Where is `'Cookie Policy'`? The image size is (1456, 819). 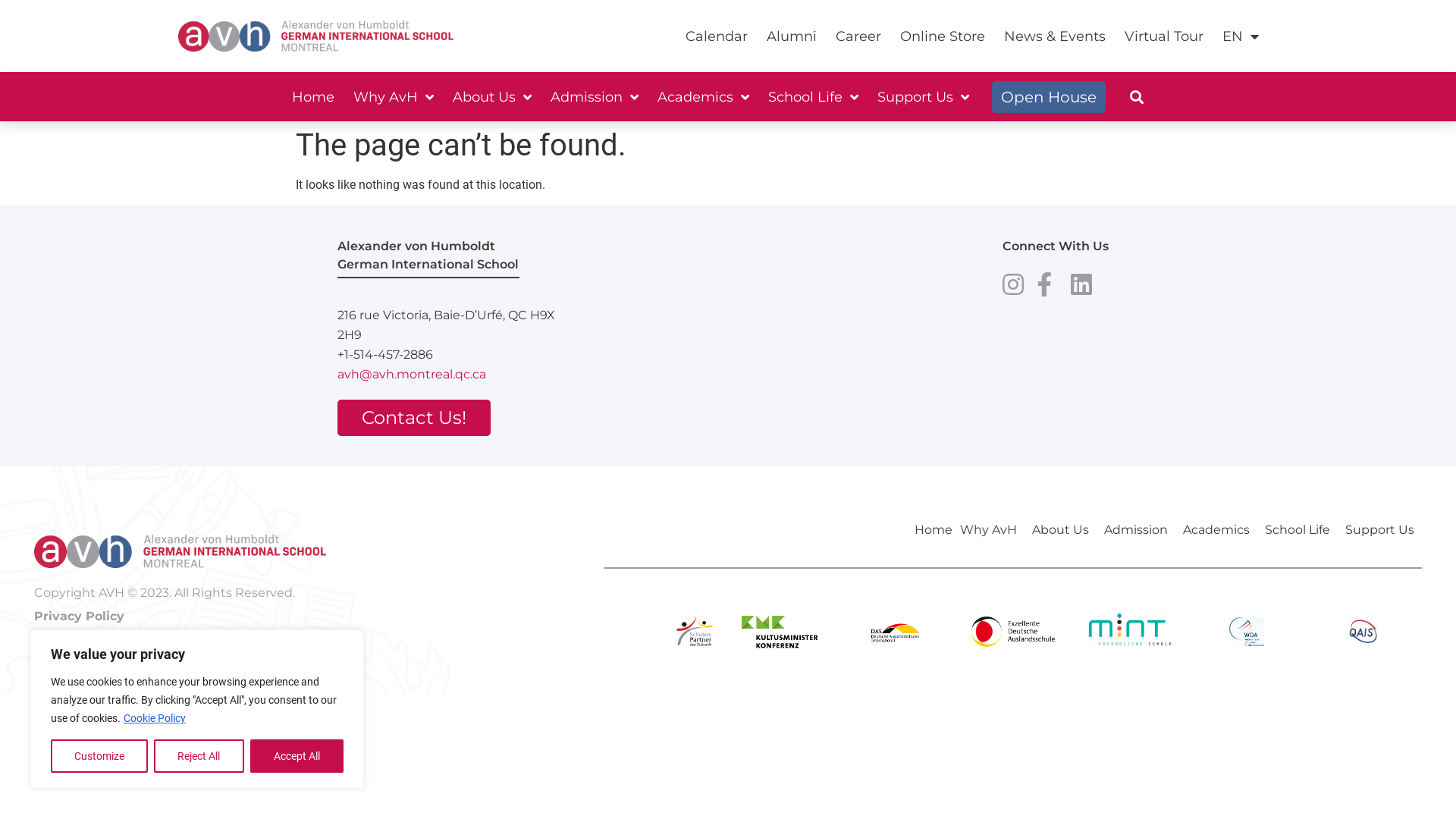
'Cookie Policy' is located at coordinates (154, 717).